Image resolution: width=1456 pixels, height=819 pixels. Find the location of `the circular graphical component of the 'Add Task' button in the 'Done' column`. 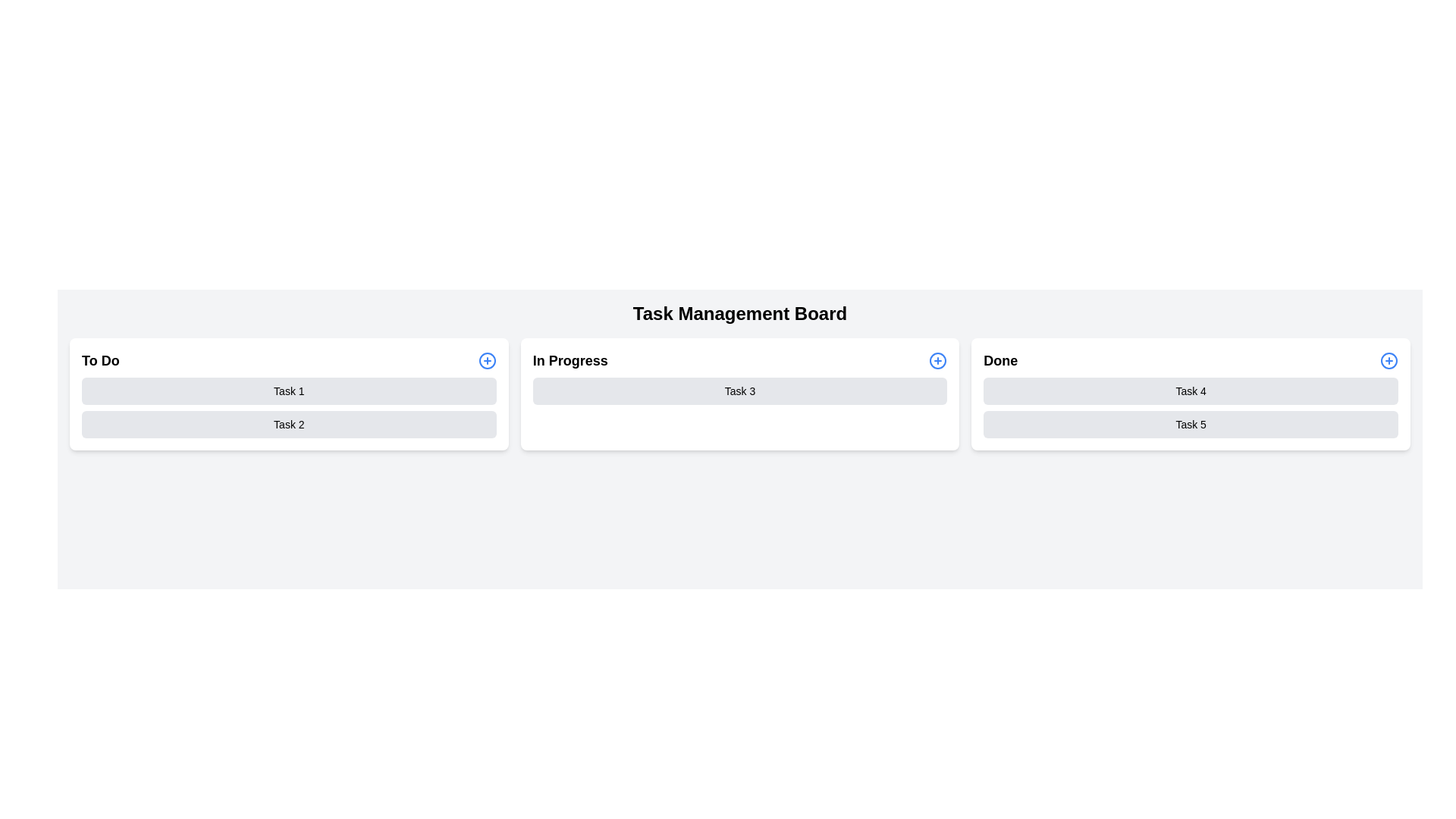

the circular graphical component of the 'Add Task' button in the 'Done' column is located at coordinates (1389, 360).